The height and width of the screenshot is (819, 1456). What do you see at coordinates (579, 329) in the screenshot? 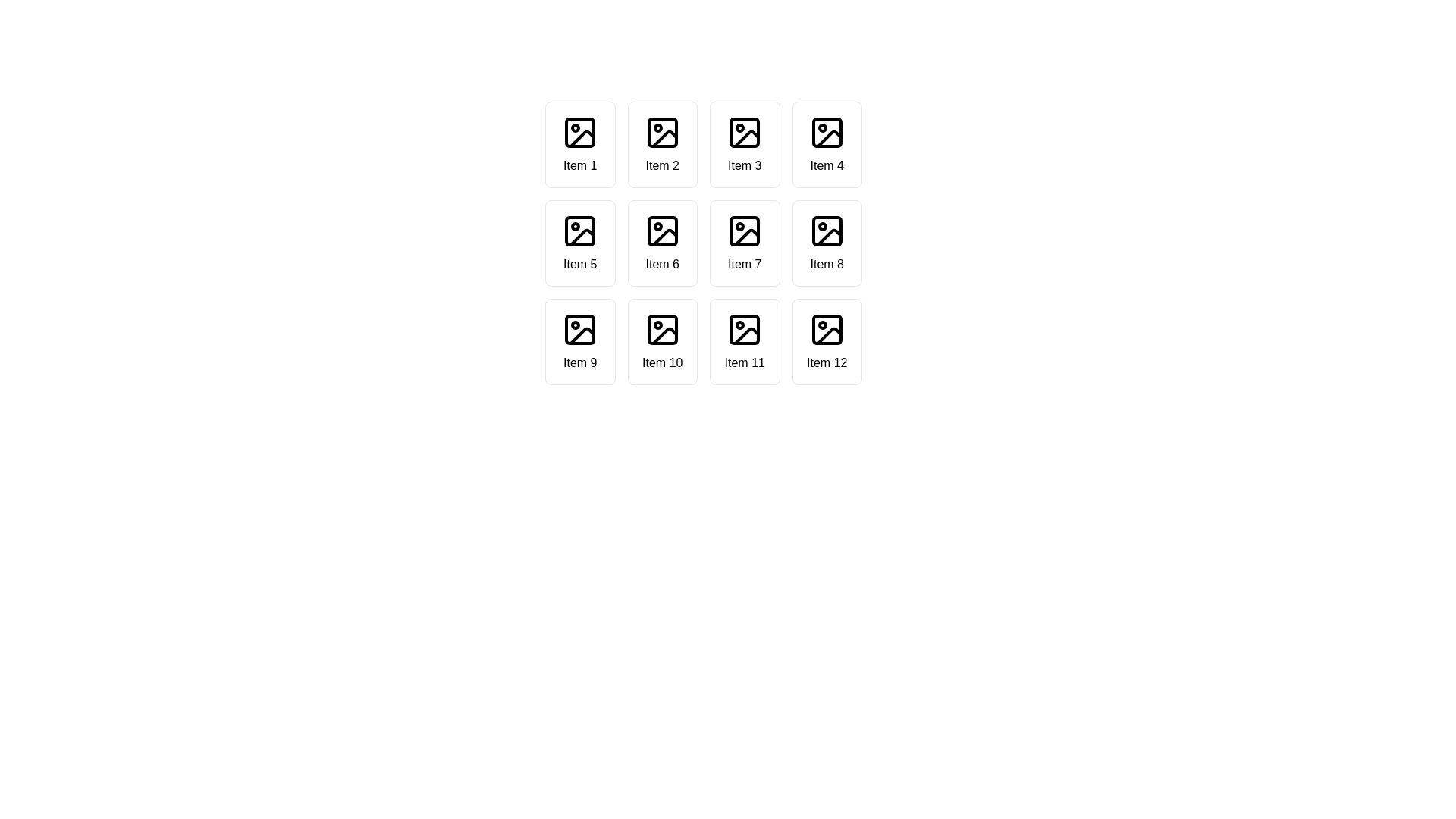
I see `the icon representing 'Item 9' in the grid, located in the third row and first column, which signifies or illustrates this item` at bounding box center [579, 329].